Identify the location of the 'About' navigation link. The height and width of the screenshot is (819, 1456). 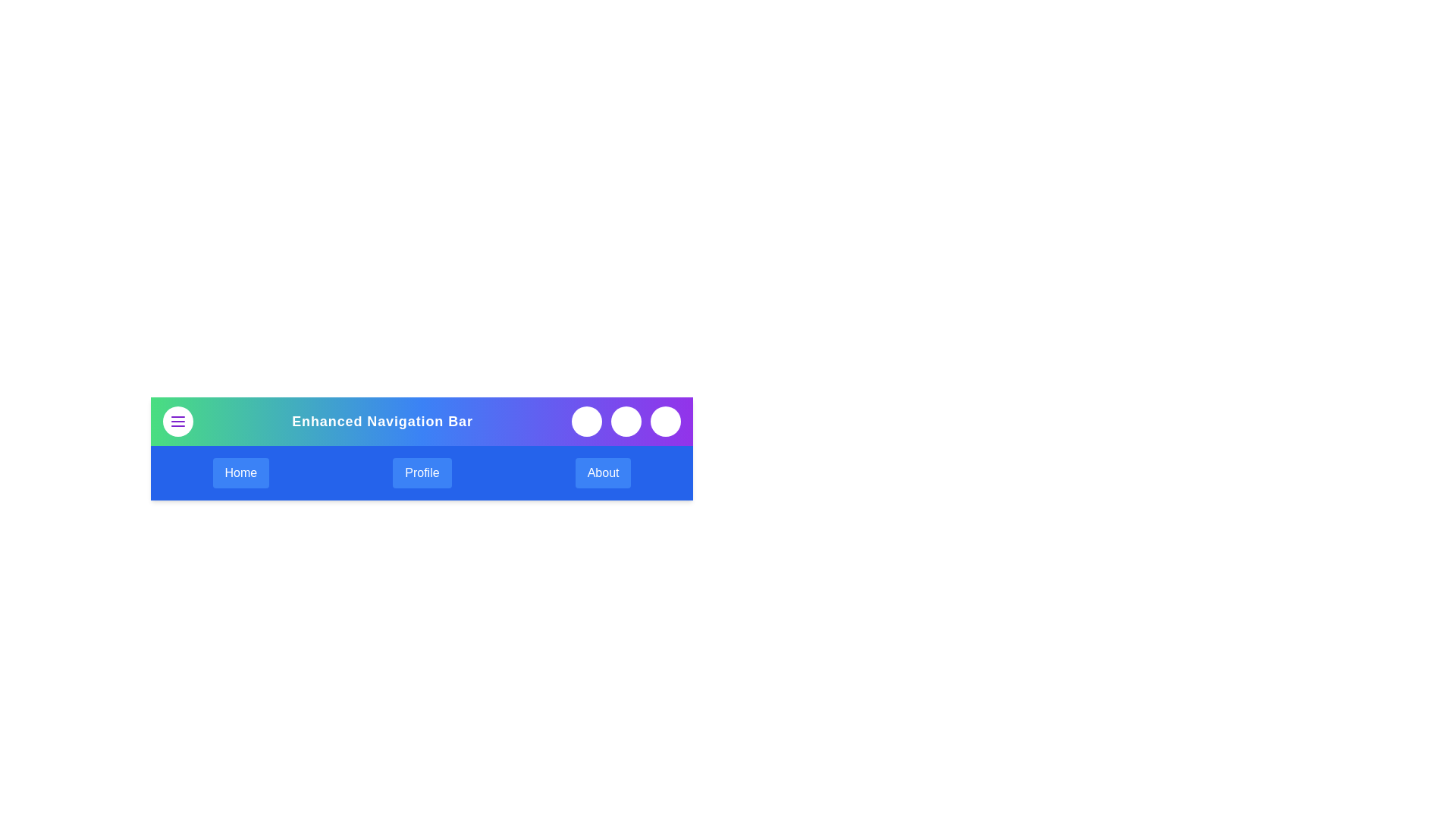
(602, 472).